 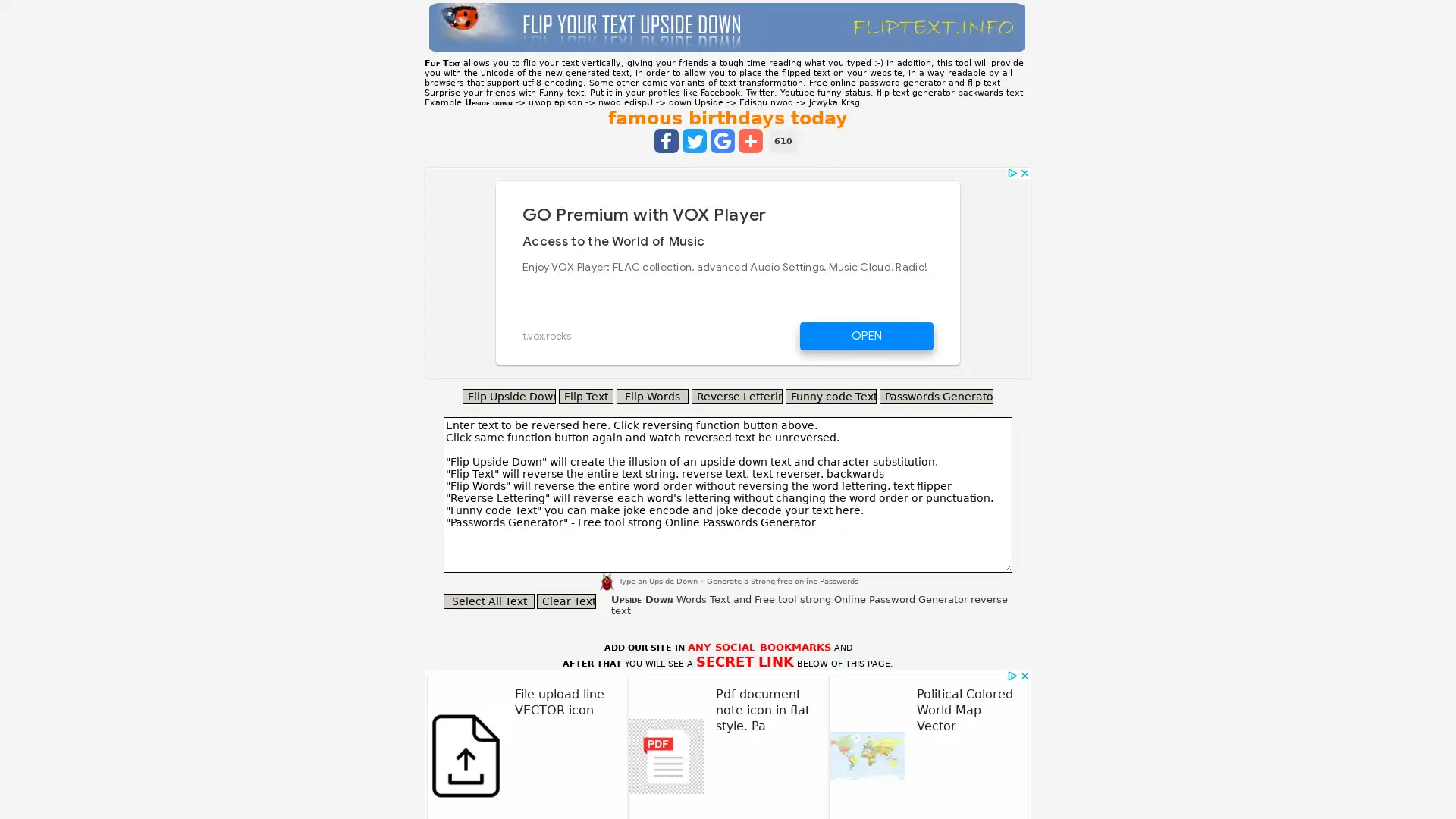 I want to click on Share to Twitter, so click(x=694, y=140).